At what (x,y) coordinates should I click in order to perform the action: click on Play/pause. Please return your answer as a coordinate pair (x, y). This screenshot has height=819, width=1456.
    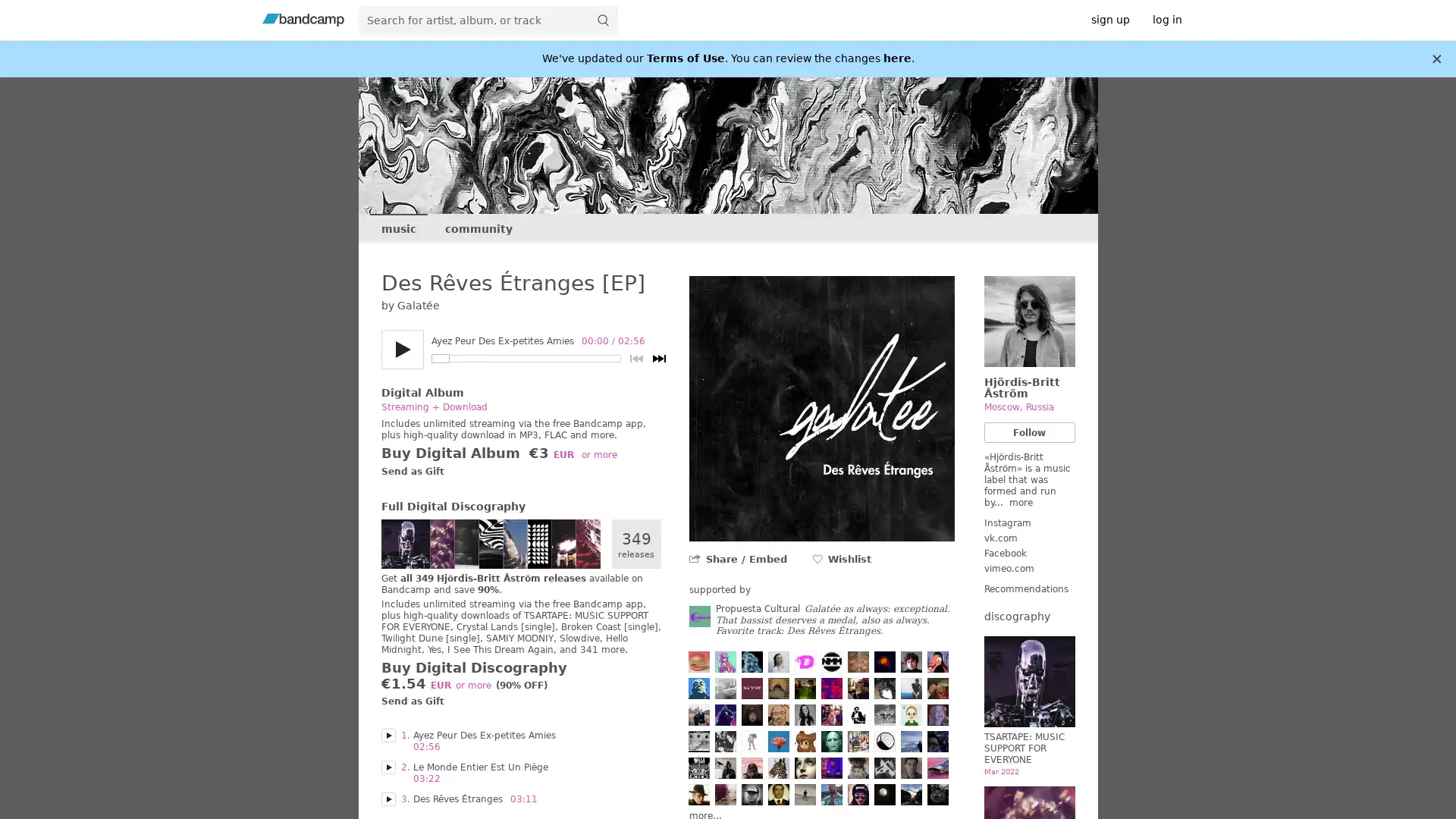
    Looking at the image, I should click on (401, 350).